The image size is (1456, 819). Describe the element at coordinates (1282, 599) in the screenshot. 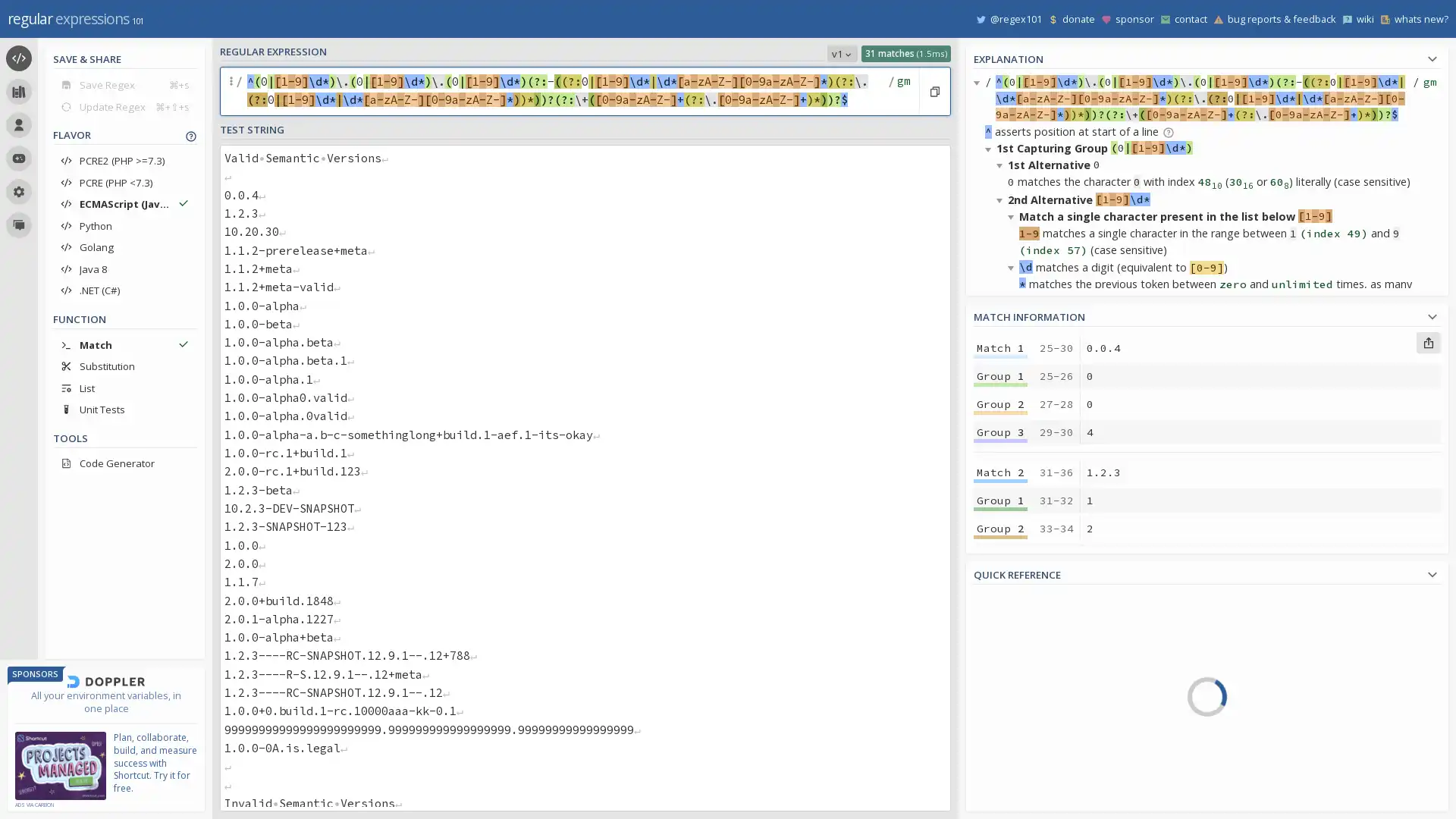

I see `A single character of: a, b or c [abc]` at that location.